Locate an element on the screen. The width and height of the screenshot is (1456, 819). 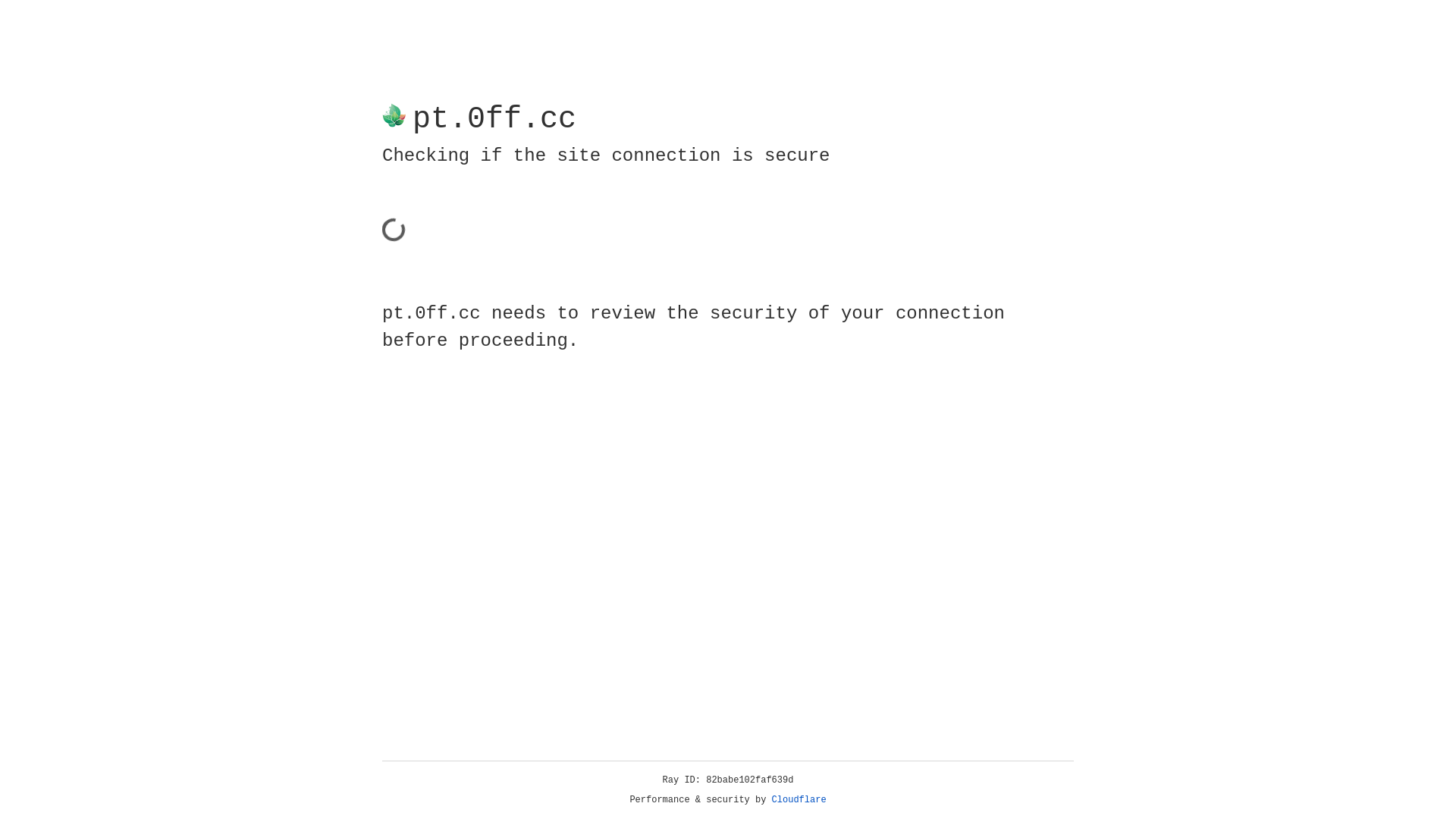
'Cloudflare' is located at coordinates (771, 799).